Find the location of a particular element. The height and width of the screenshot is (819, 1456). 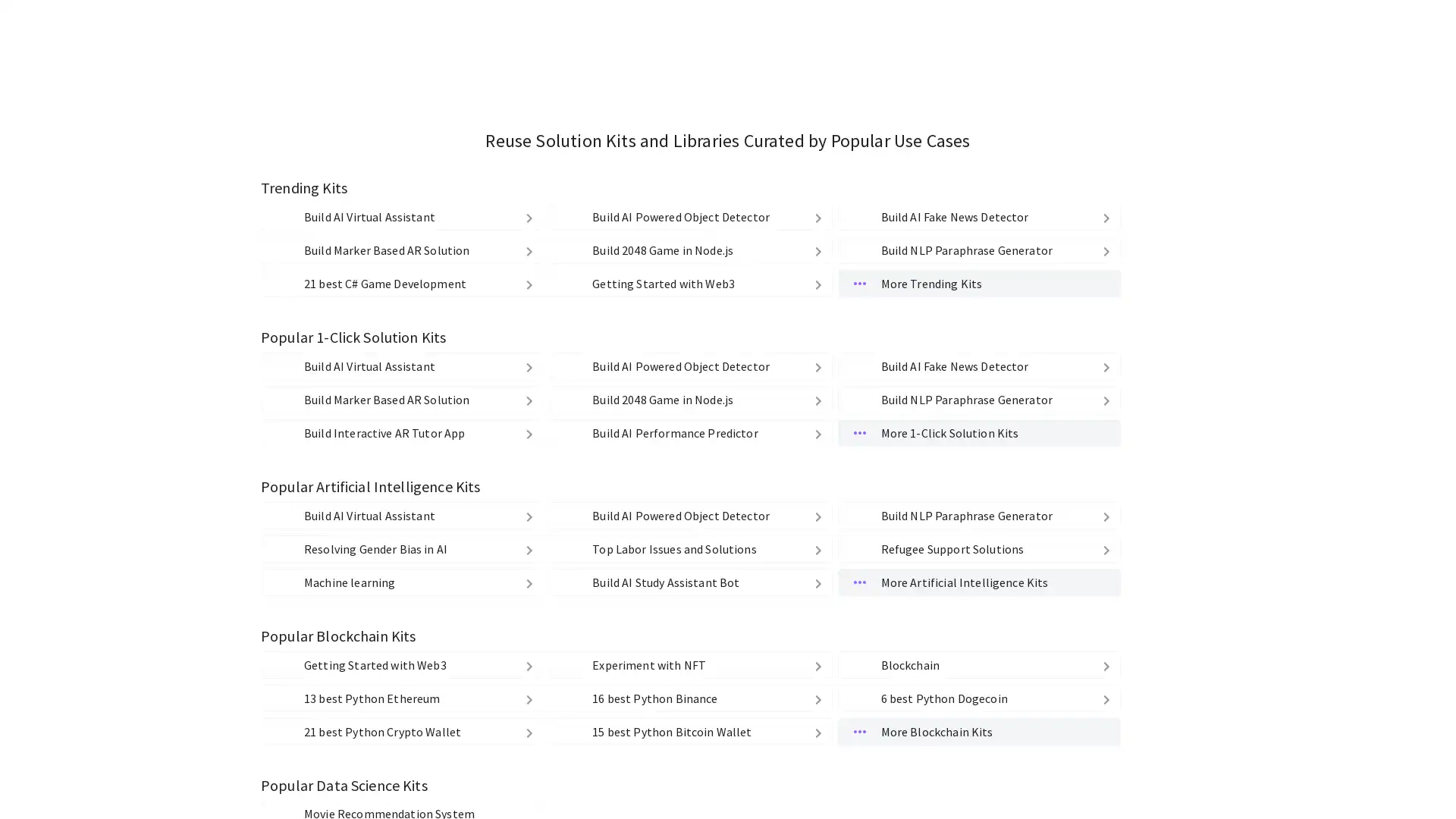

delete is located at coordinates (796, 598).